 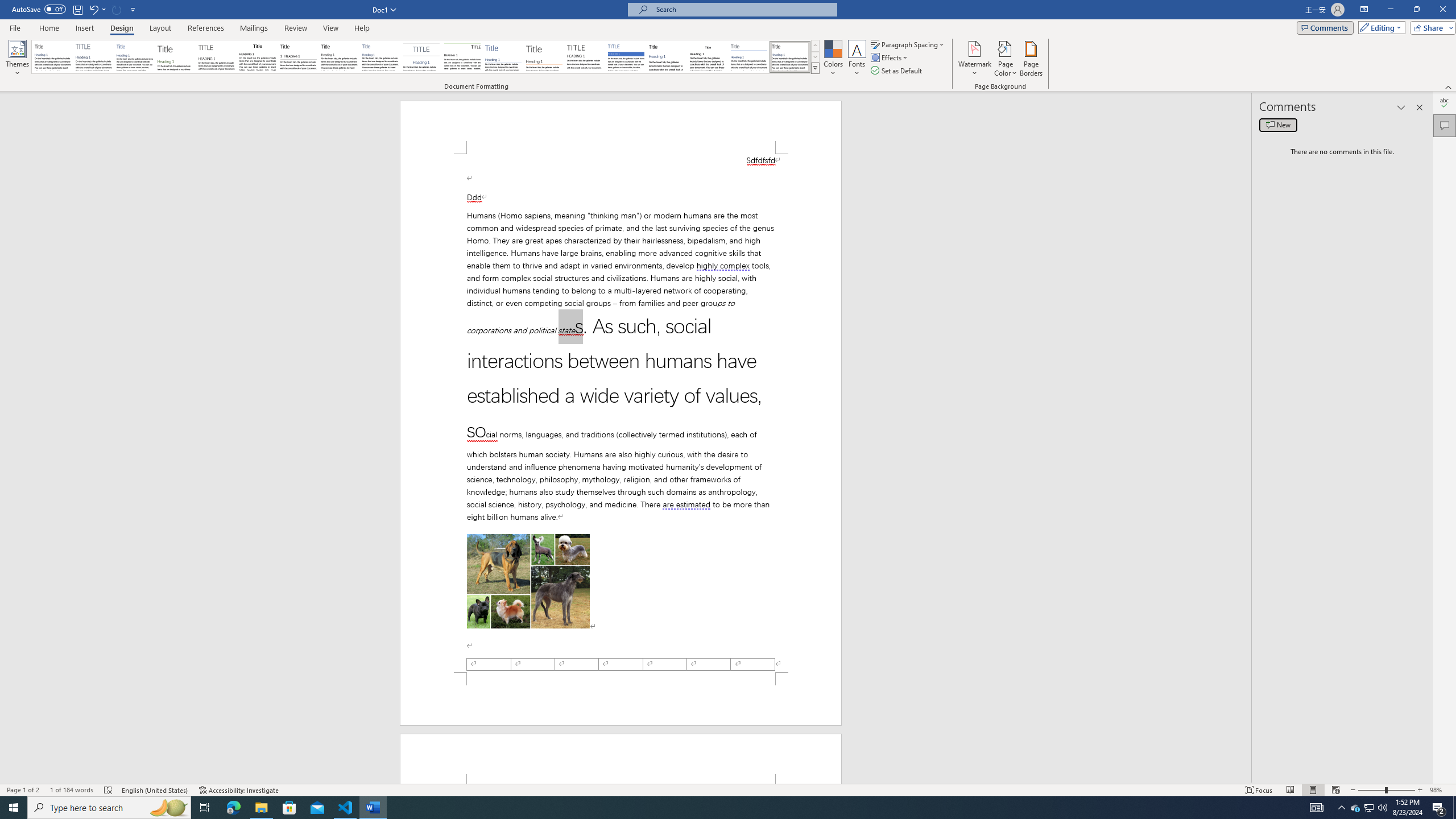 What do you see at coordinates (380, 56) in the screenshot?
I see `'Casual'` at bounding box center [380, 56].